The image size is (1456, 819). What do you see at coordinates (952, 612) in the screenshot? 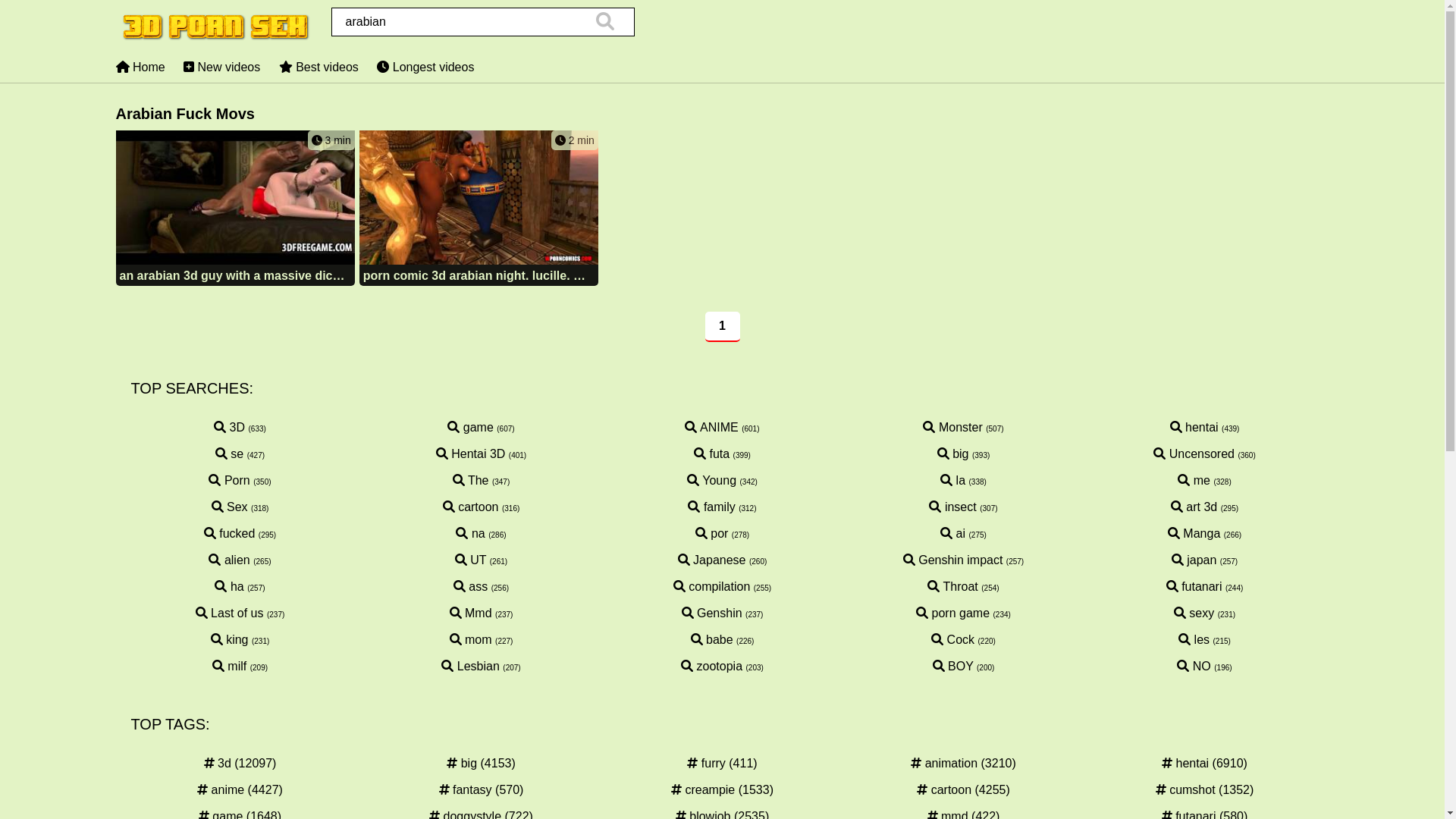
I see `'porn game'` at bounding box center [952, 612].